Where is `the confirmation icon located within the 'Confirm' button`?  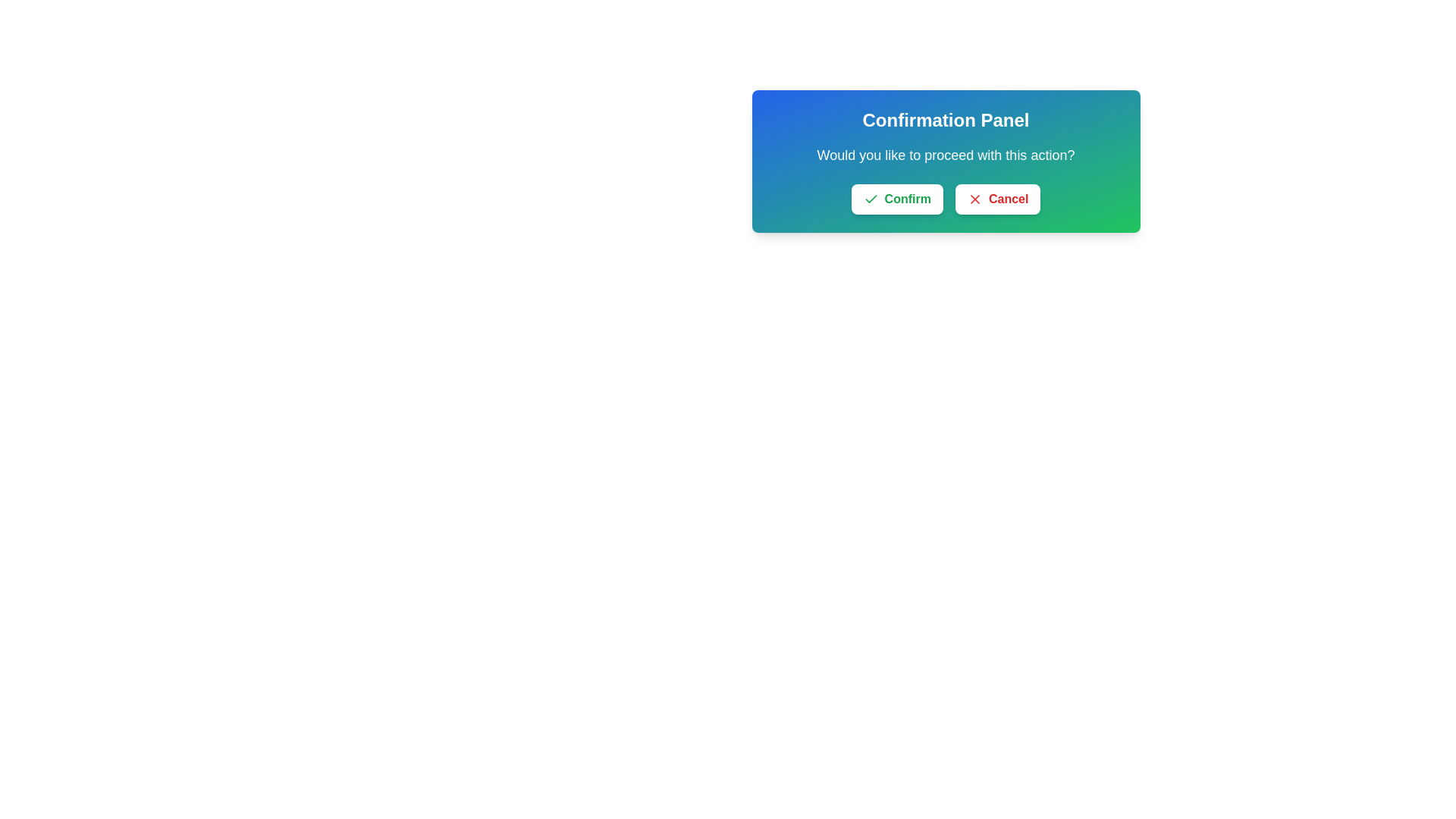 the confirmation icon located within the 'Confirm' button is located at coordinates (871, 198).